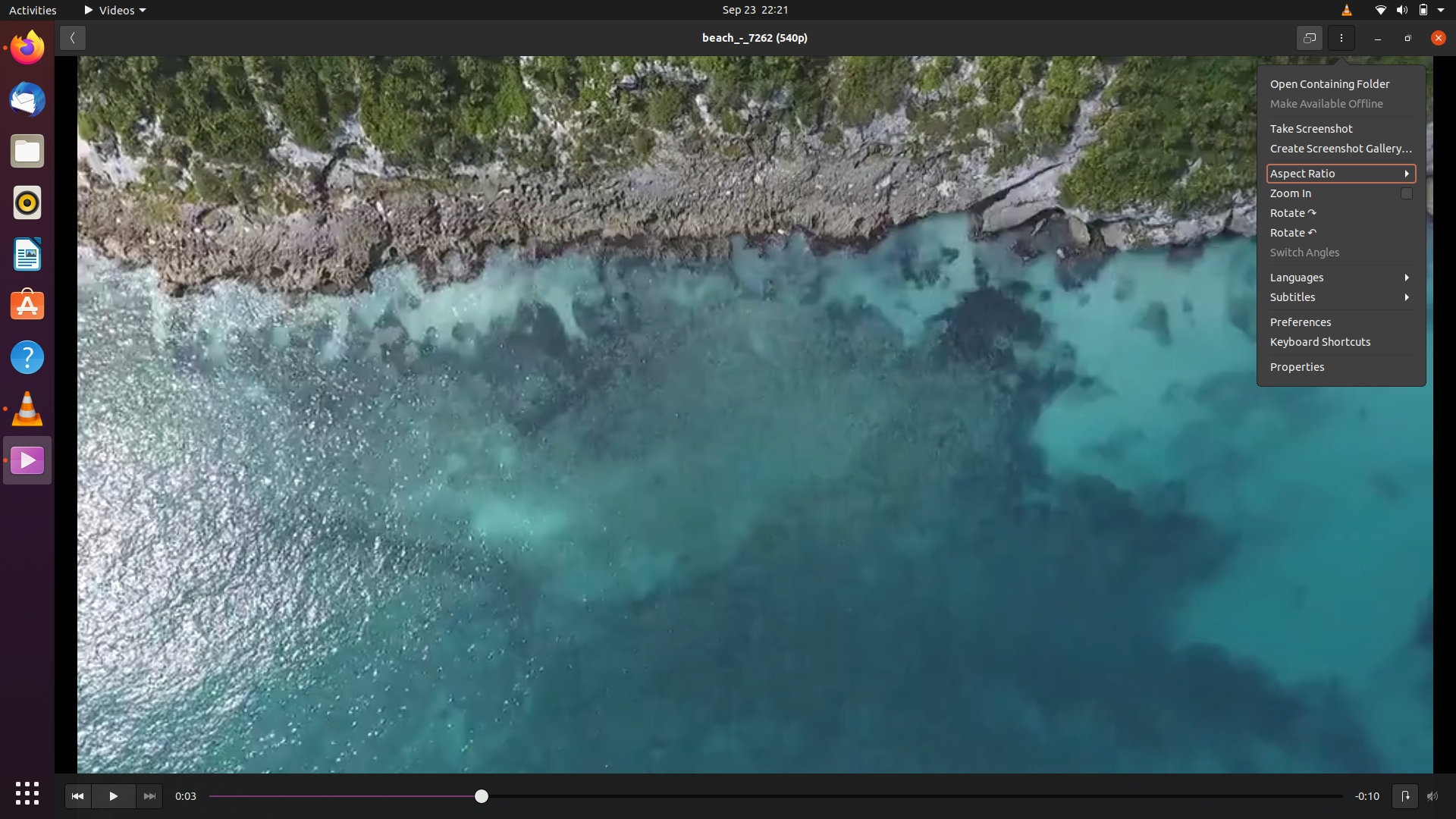  What do you see at coordinates (1341, 193) in the screenshot?
I see `Magnify the video by clicking the zoom in icon` at bounding box center [1341, 193].